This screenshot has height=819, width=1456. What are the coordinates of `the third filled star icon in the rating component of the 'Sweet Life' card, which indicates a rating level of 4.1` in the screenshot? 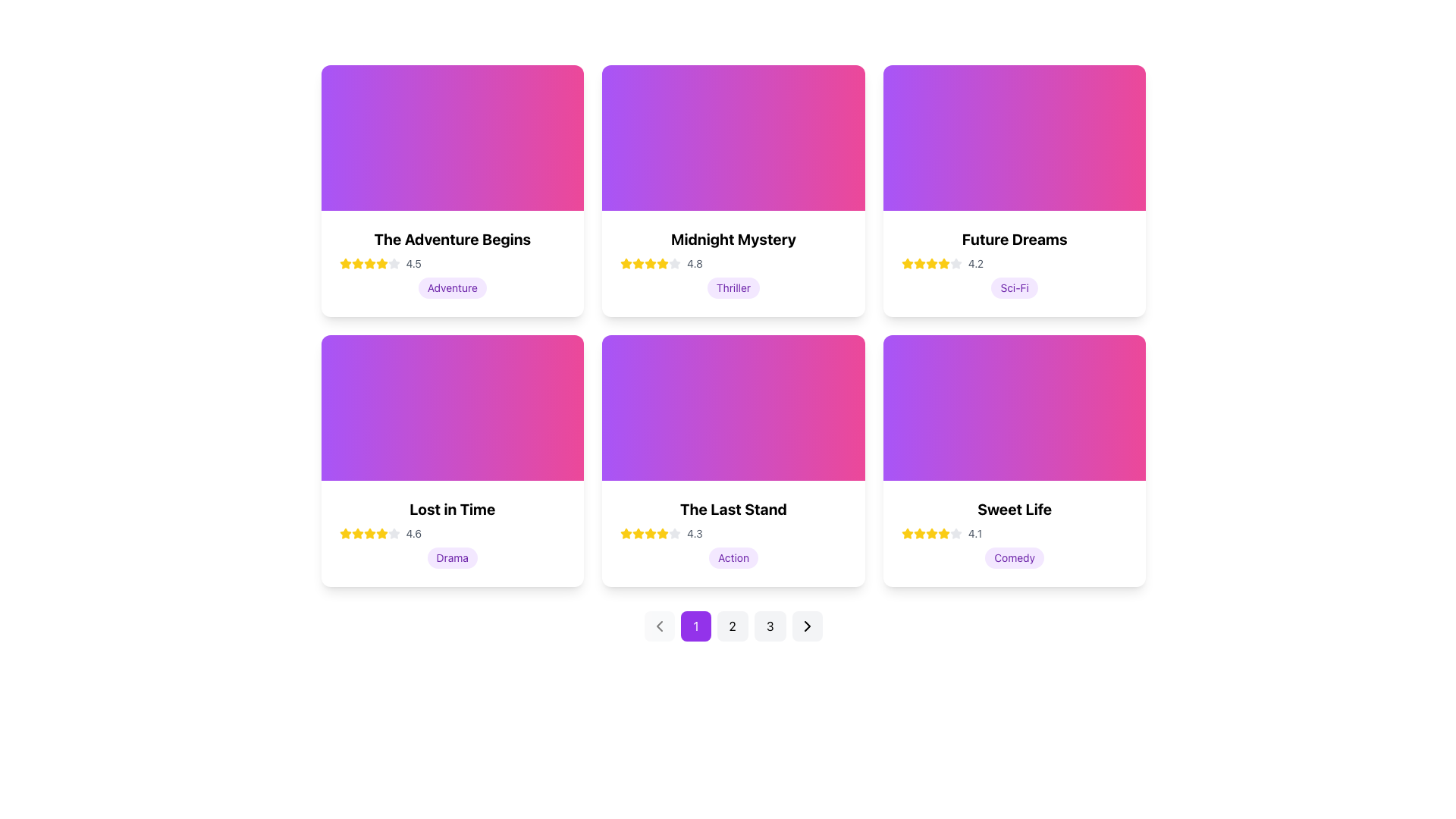 It's located at (918, 533).